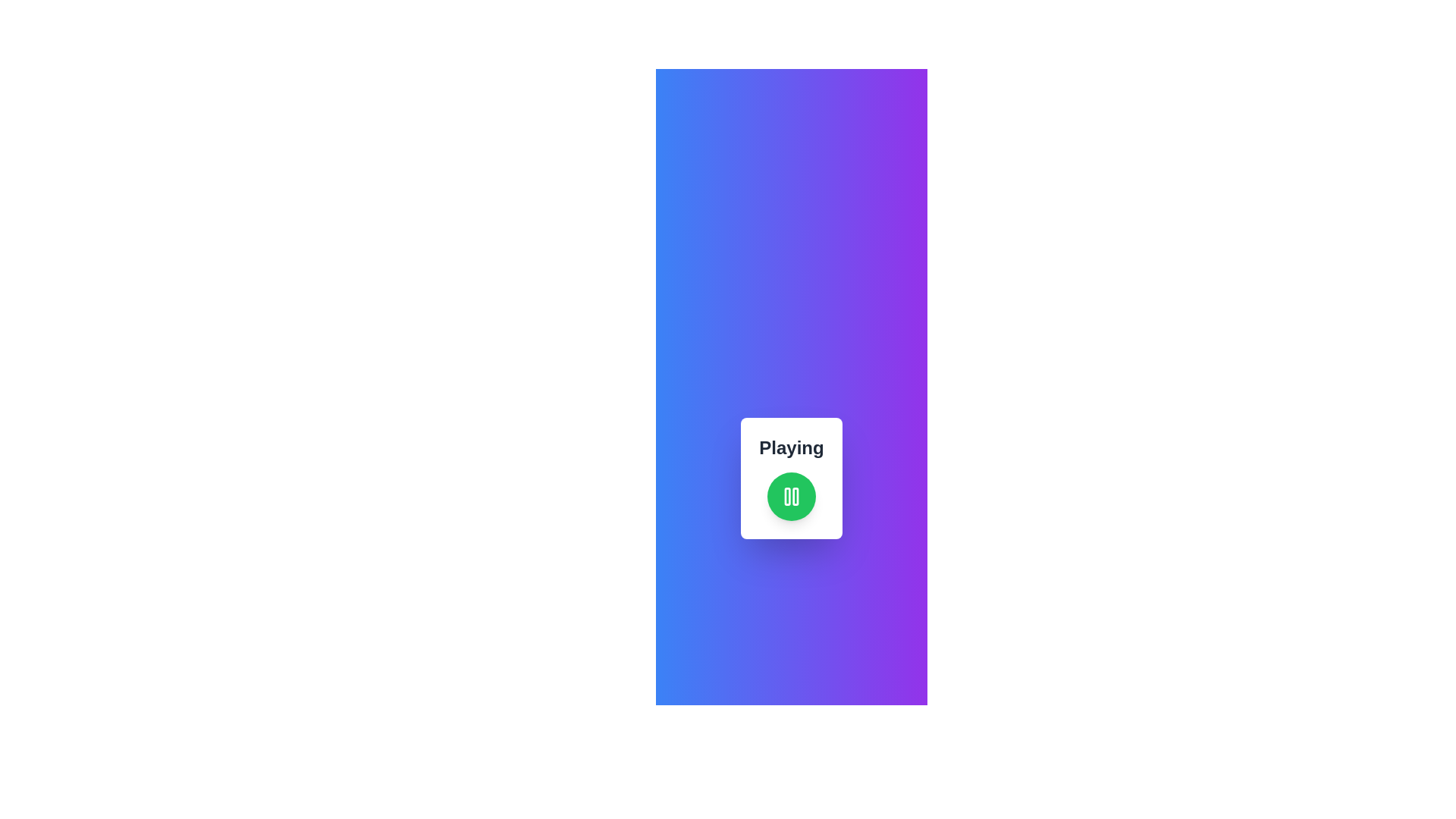 This screenshot has width=1456, height=819. I want to click on the pause button located beneath the 'Playing' title, so click(790, 497).